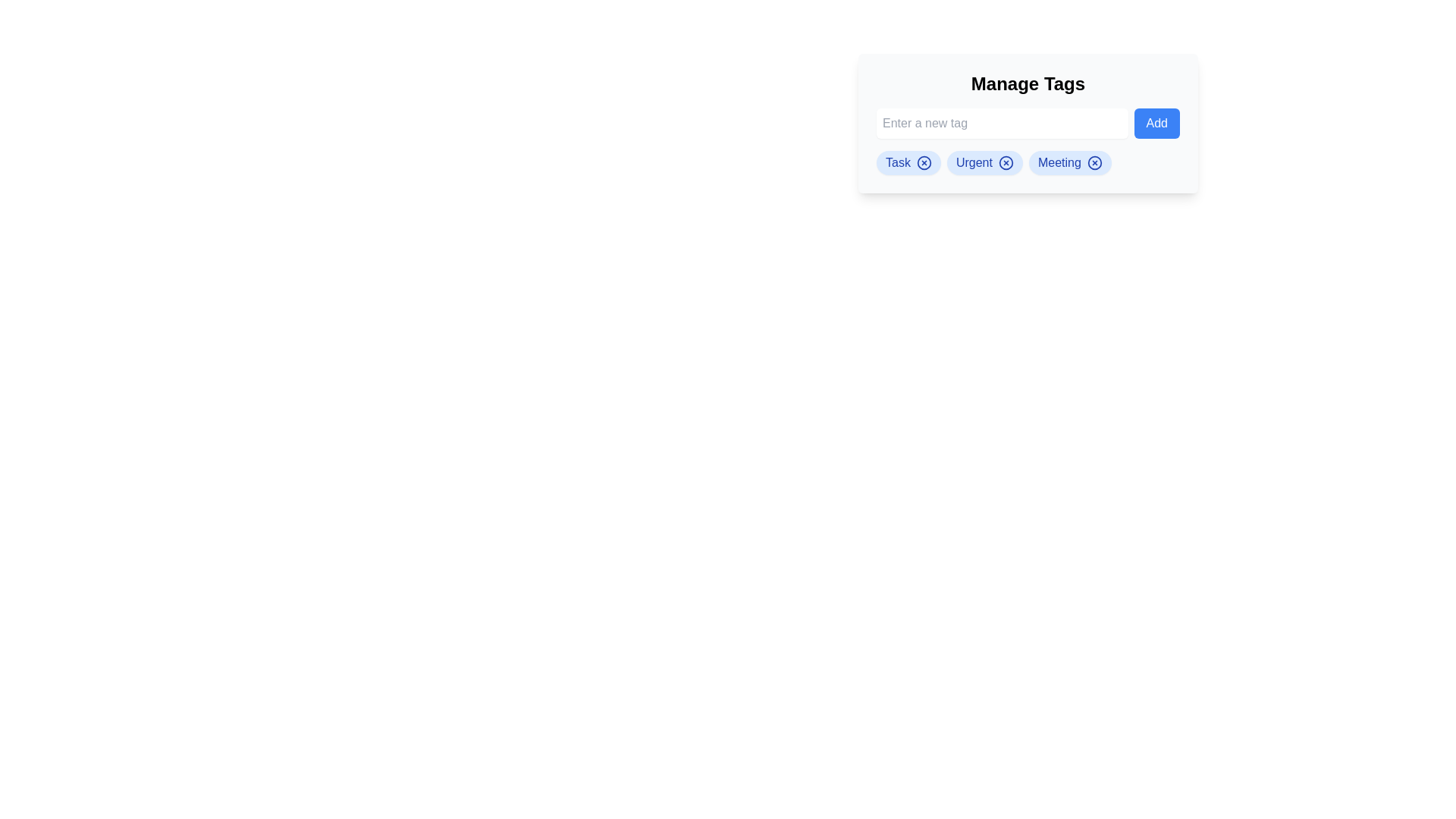 The height and width of the screenshot is (819, 1456). Describe the element at coordinates (898, 163) in the screenshot. I see `the 'Task' label, which is styled in bold blue text over a light blue background, located in the 'Manage Tags' section as the first item in the tag list` at that location.